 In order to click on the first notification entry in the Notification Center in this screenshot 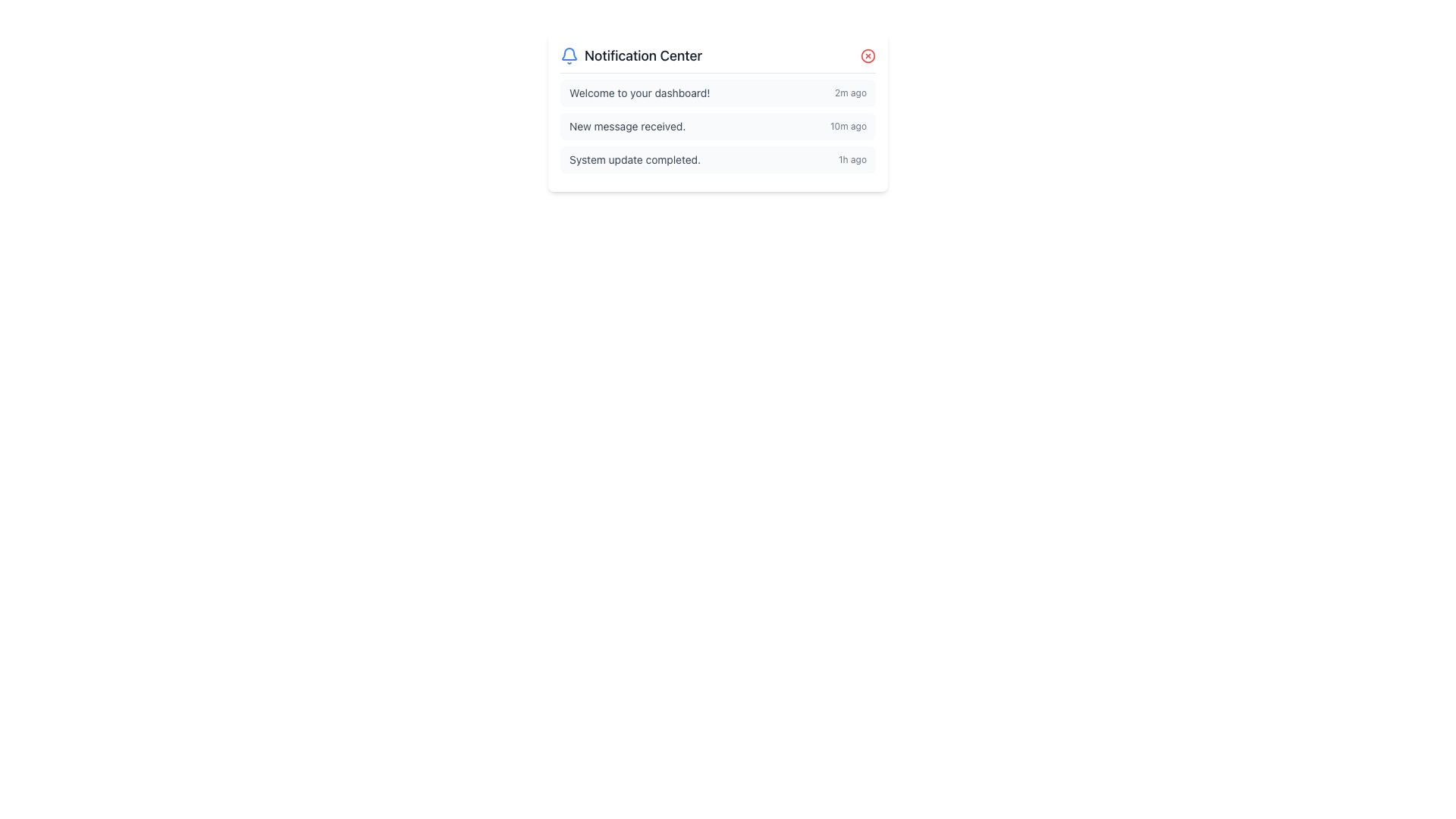, I will do `click(717, 93)`.